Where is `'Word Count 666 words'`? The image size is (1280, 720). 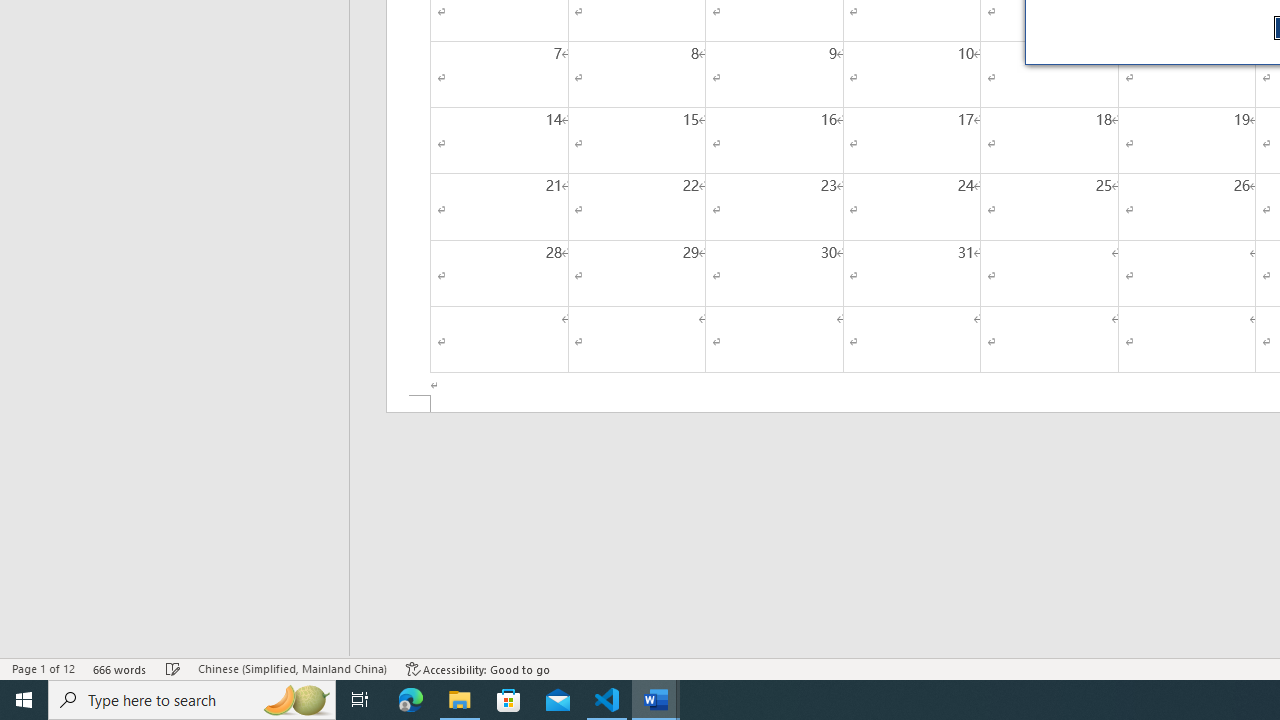 'Word Count 666 words' is located at coordinates (119, 669).